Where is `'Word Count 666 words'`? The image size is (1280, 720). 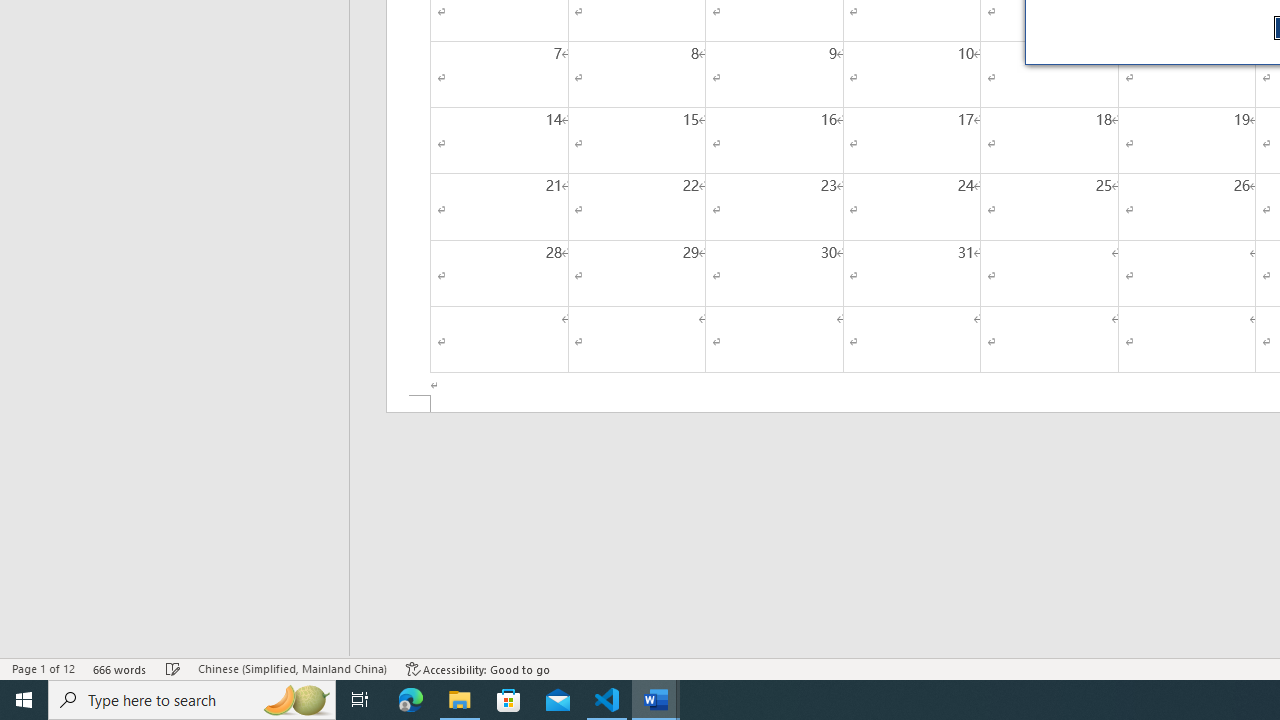 'Word Count 666 words' is located at coordinates (119, 669).